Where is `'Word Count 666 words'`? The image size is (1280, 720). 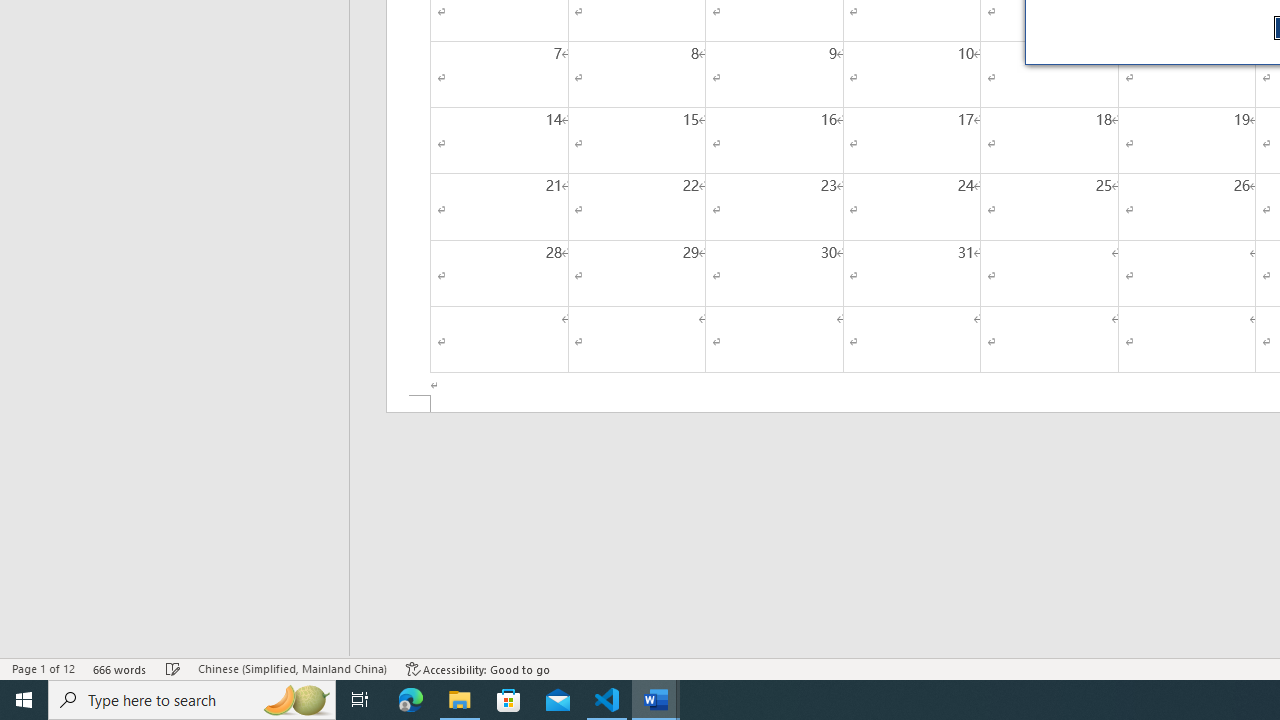 'Word Count 666 words' is located at coordinates (119, 669).